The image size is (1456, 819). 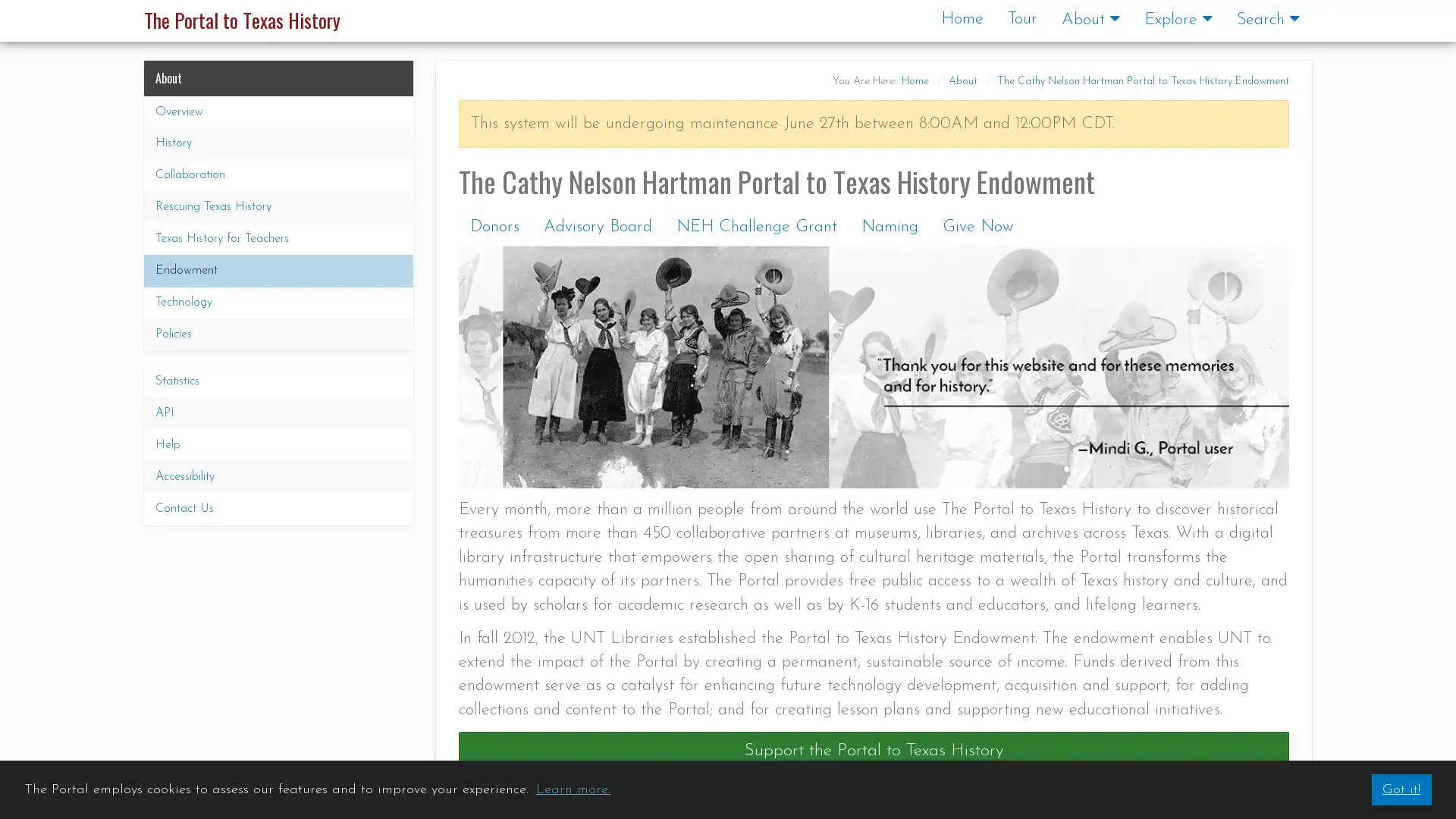 What do you see at coordinates (572, 789) in the screenshot?
I see `learn more about cookies` at bounding box center [572, 789].